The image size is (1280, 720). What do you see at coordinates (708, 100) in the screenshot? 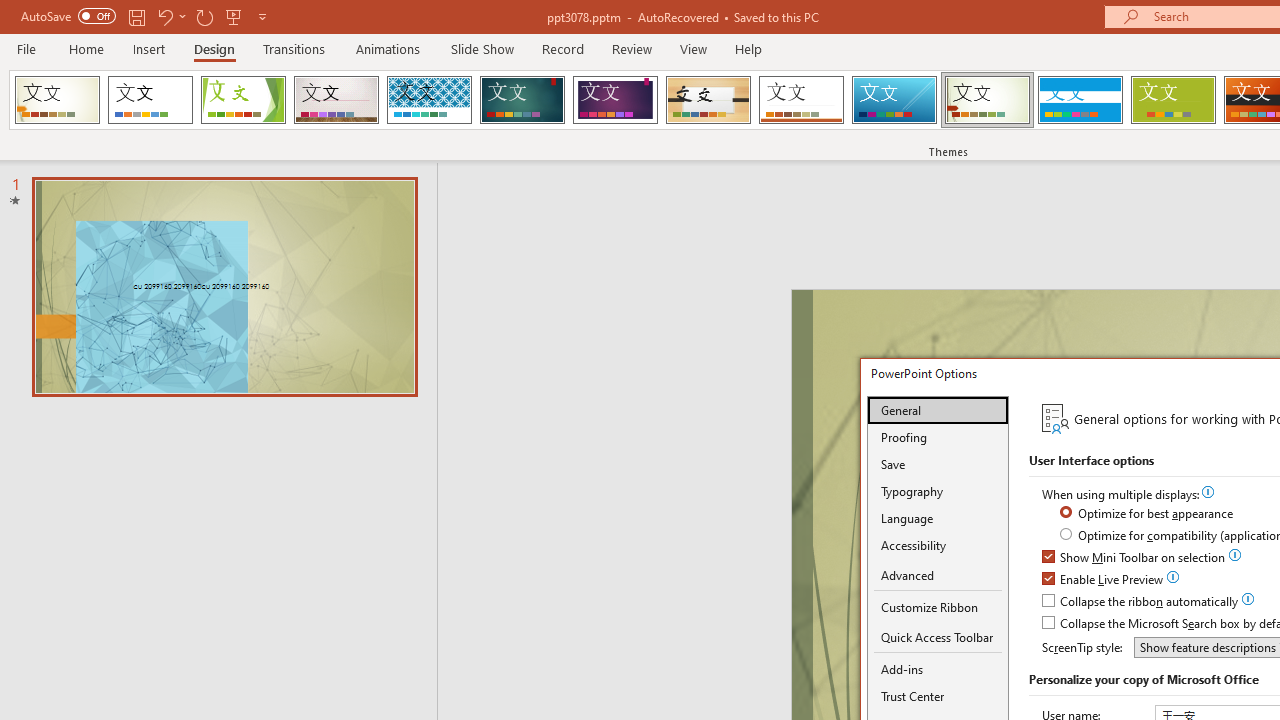
I see `'Organic Loading Preview...'` at bounding box center [708, 100].